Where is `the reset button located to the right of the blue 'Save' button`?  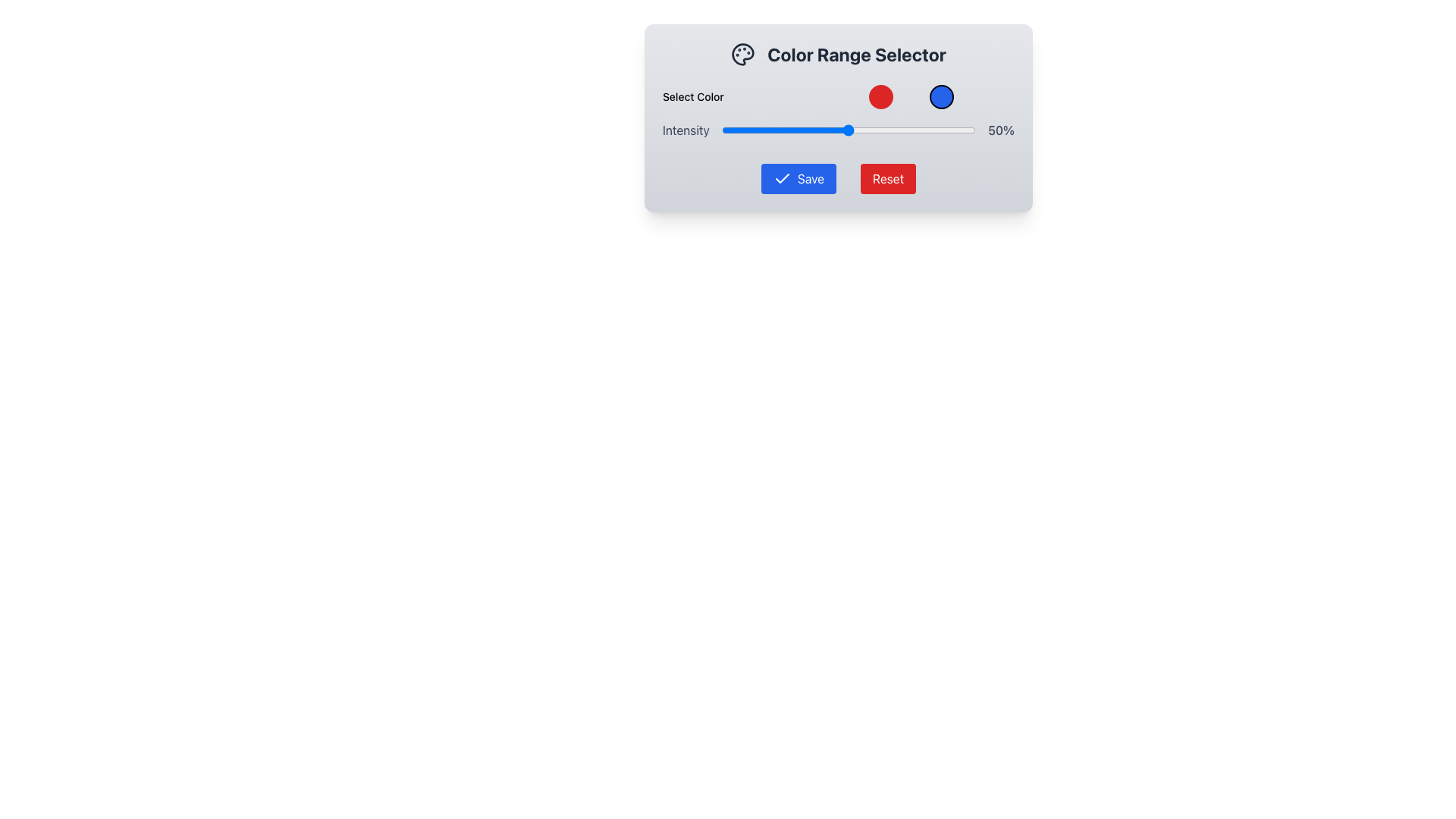
the reset button located to the right of the blue 'Save' button is located at coordinates (888, 177).